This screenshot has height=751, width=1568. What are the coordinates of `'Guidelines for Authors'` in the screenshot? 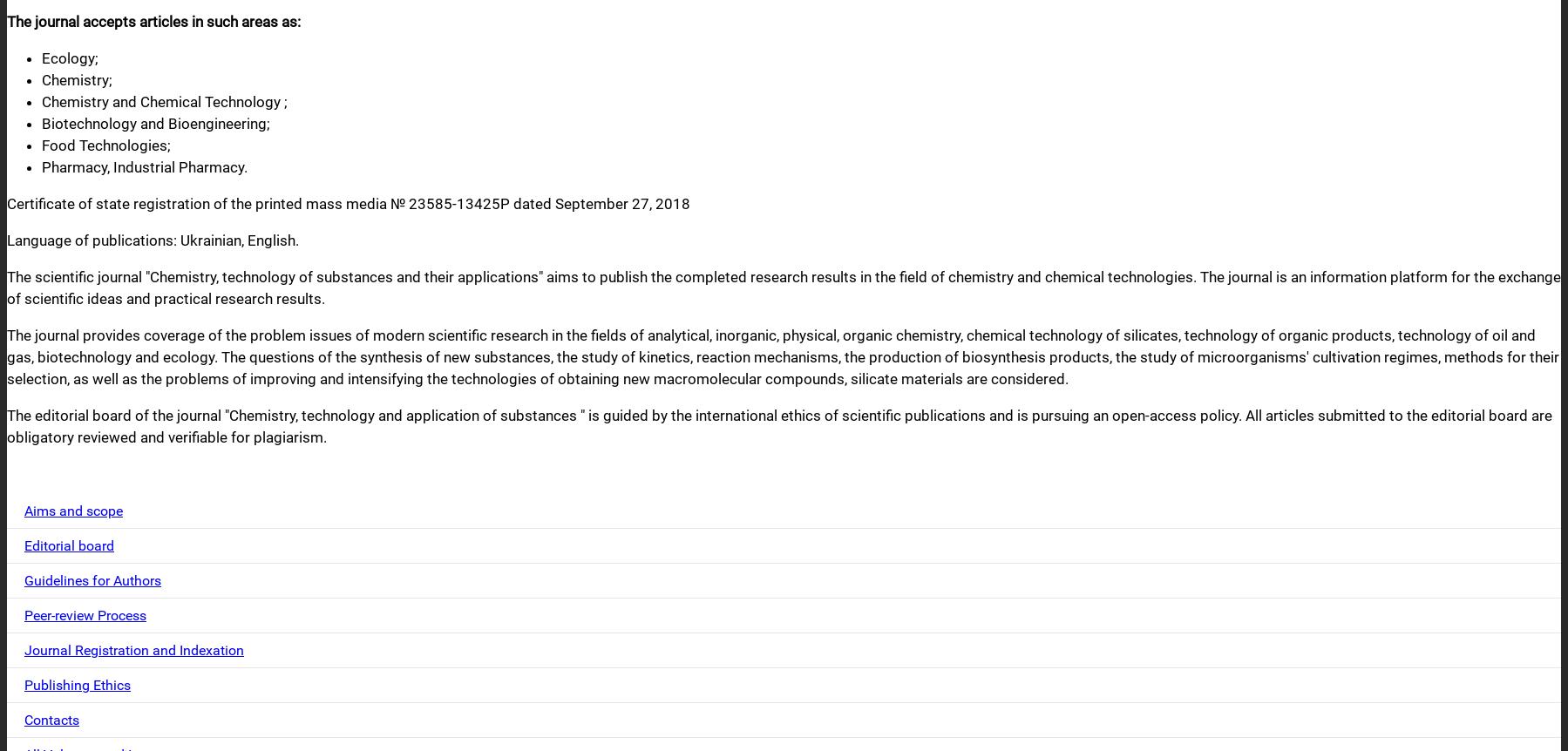 It's located at (92, 579).